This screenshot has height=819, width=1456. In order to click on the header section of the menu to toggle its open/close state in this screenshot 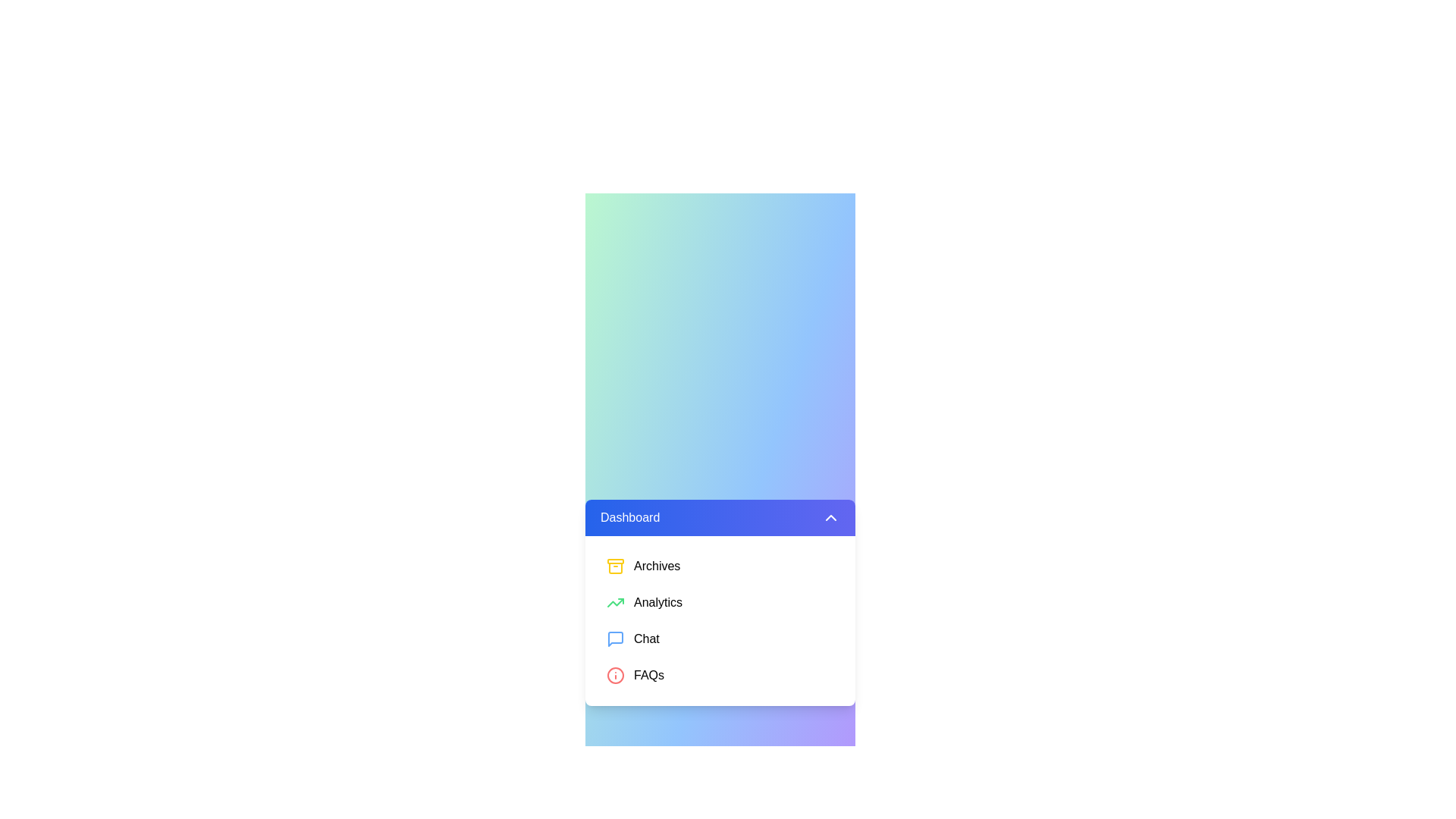, I will do `click(720, 516)`.